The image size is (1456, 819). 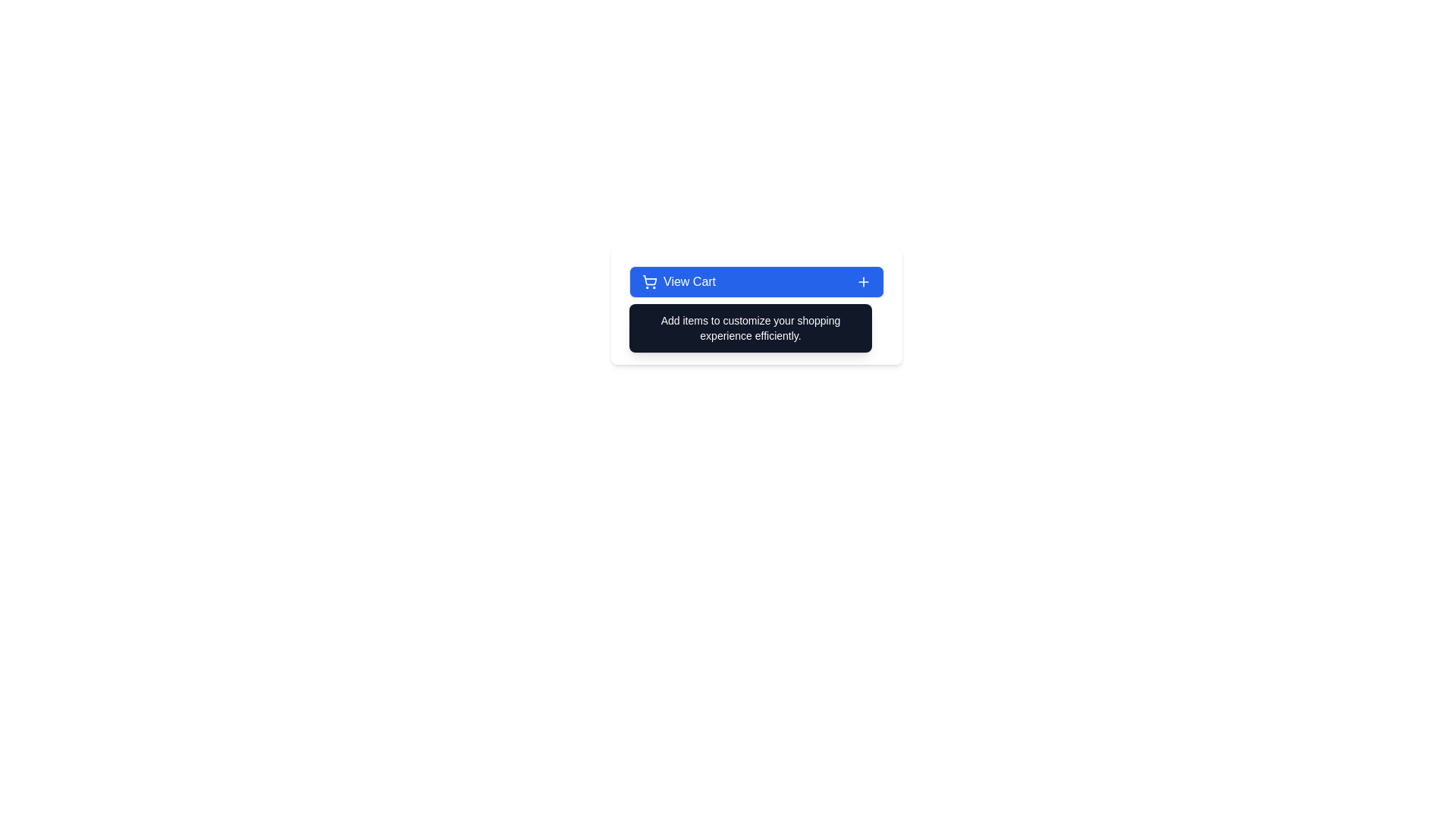 I want to click on the icon located at the extreme right side of the 'View Cart' button, so click(x=863, y=281).